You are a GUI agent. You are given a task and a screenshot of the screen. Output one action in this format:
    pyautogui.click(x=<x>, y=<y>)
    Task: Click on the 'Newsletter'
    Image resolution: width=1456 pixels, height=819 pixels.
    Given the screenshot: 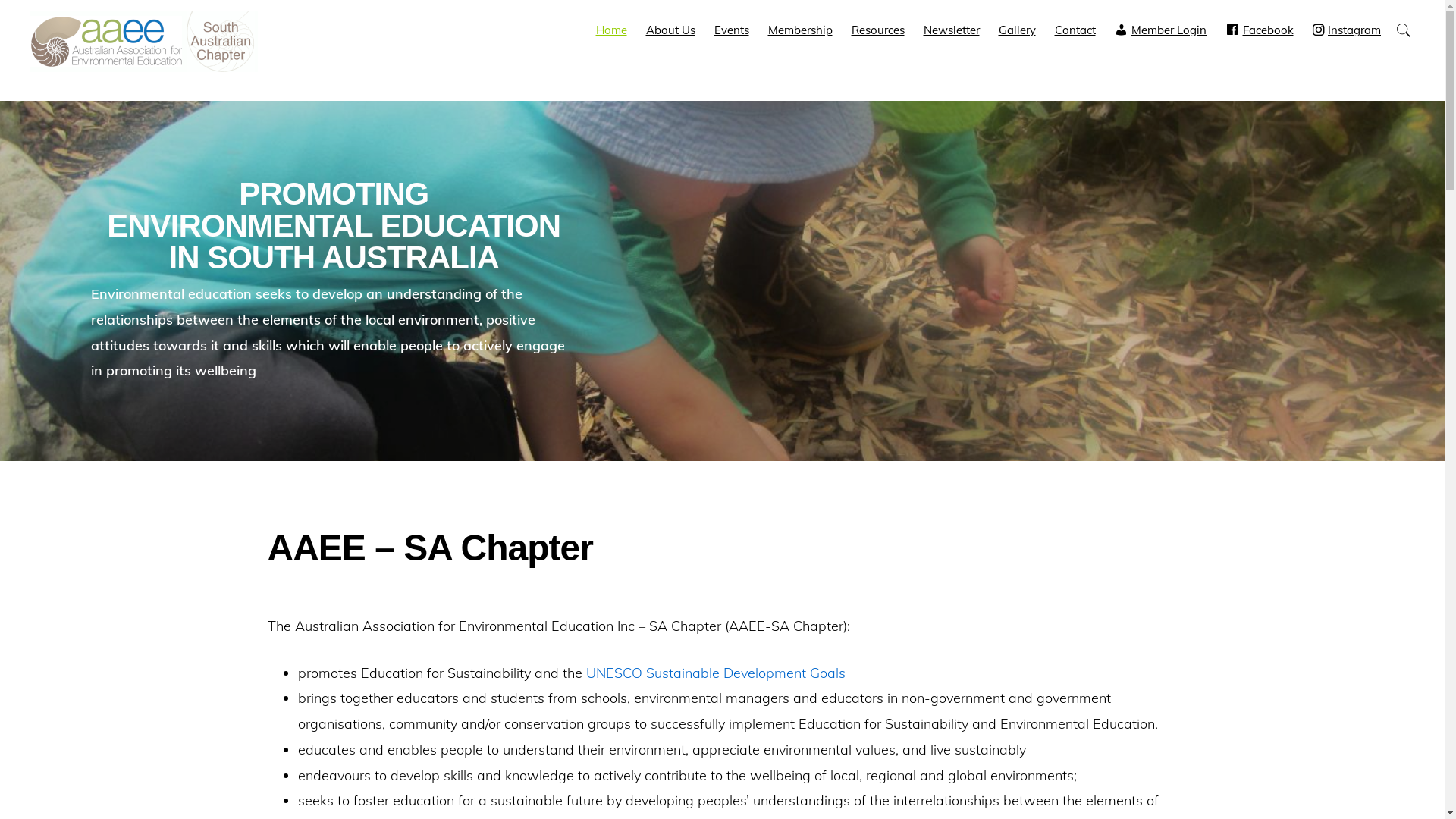 What is the action you would take?
    pyautogui.click(x=915, y=30)
    